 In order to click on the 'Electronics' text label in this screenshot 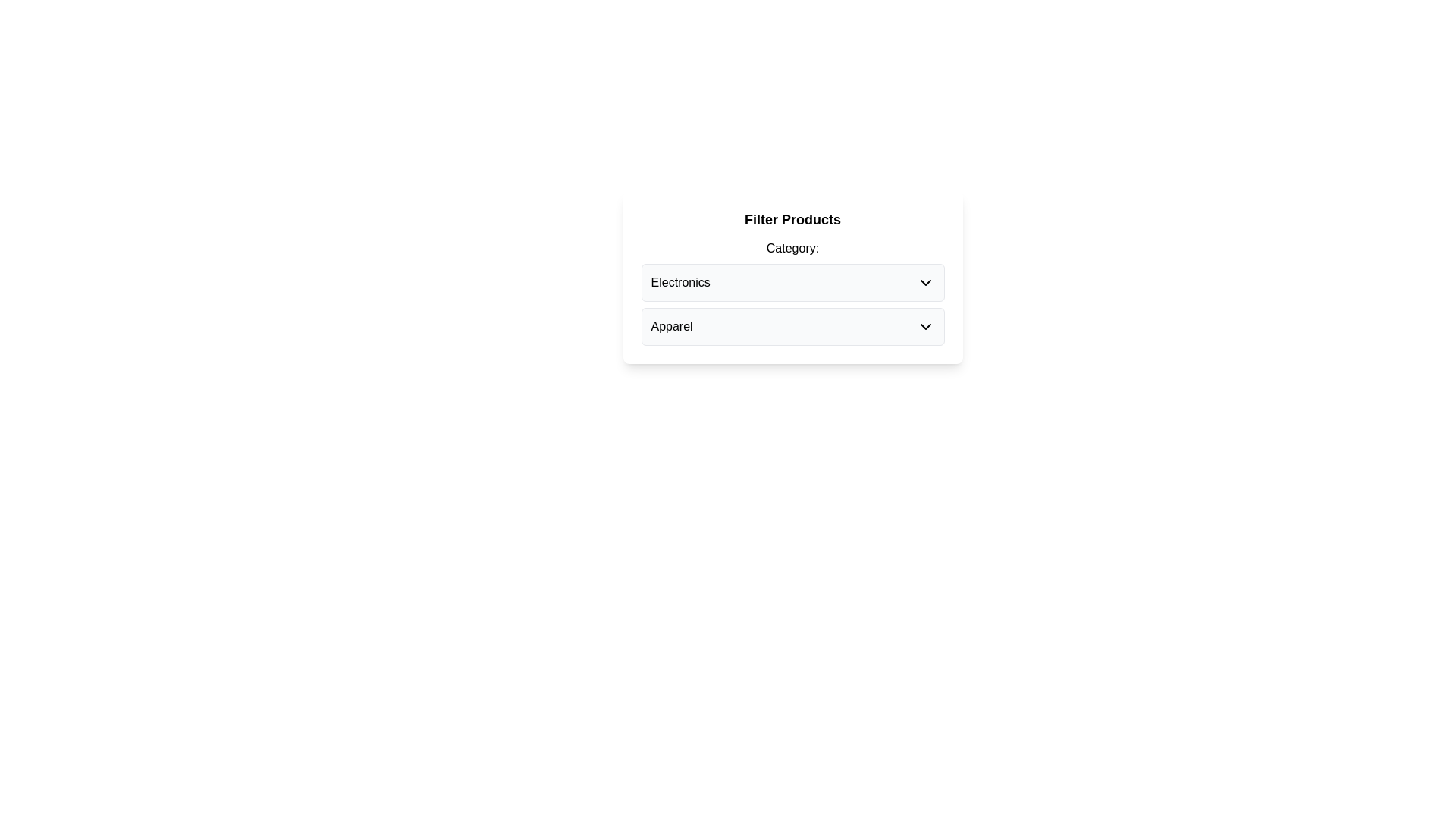, I will do `click(679, 283)`.